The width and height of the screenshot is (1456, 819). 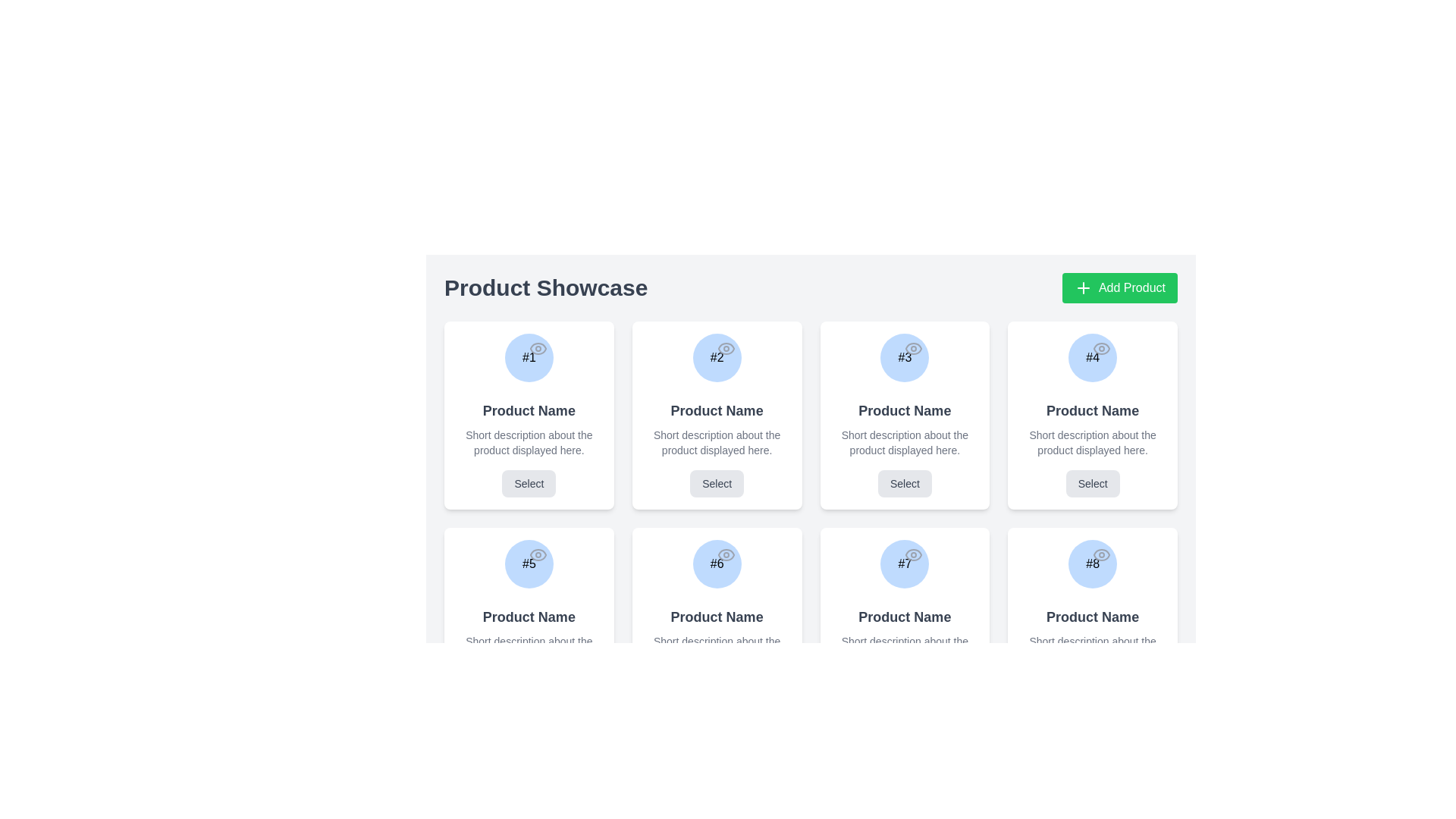 What do you see at coordinates (529, 411) in the screenshot?
I see `the 'Product Name' text label, which is bold, larger in font size, and dark gray, located below the circular blue icon labeled '#1'` at bounding box center [529, 411].